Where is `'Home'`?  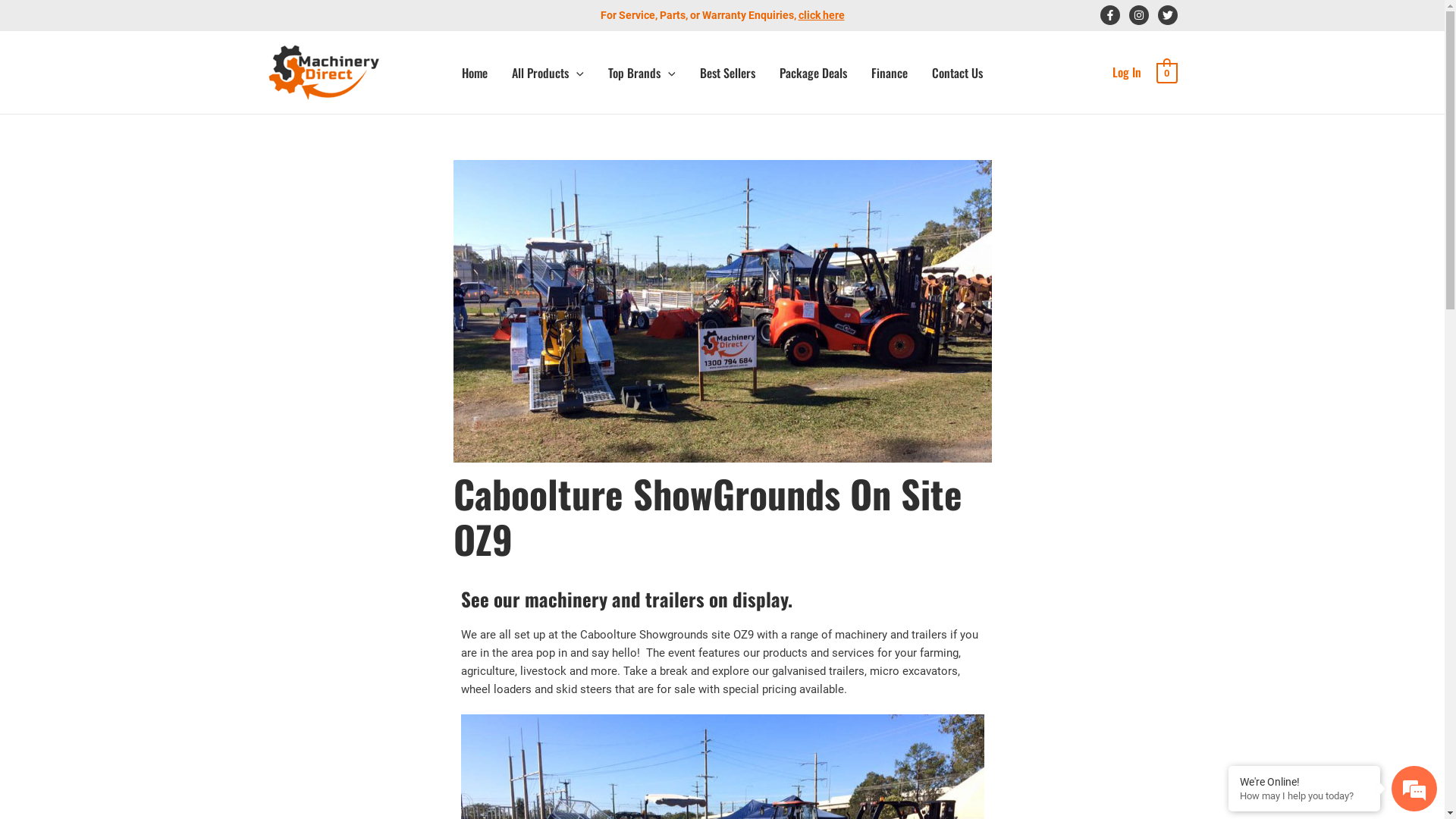
'Home' is located at coordinates (473, 73).